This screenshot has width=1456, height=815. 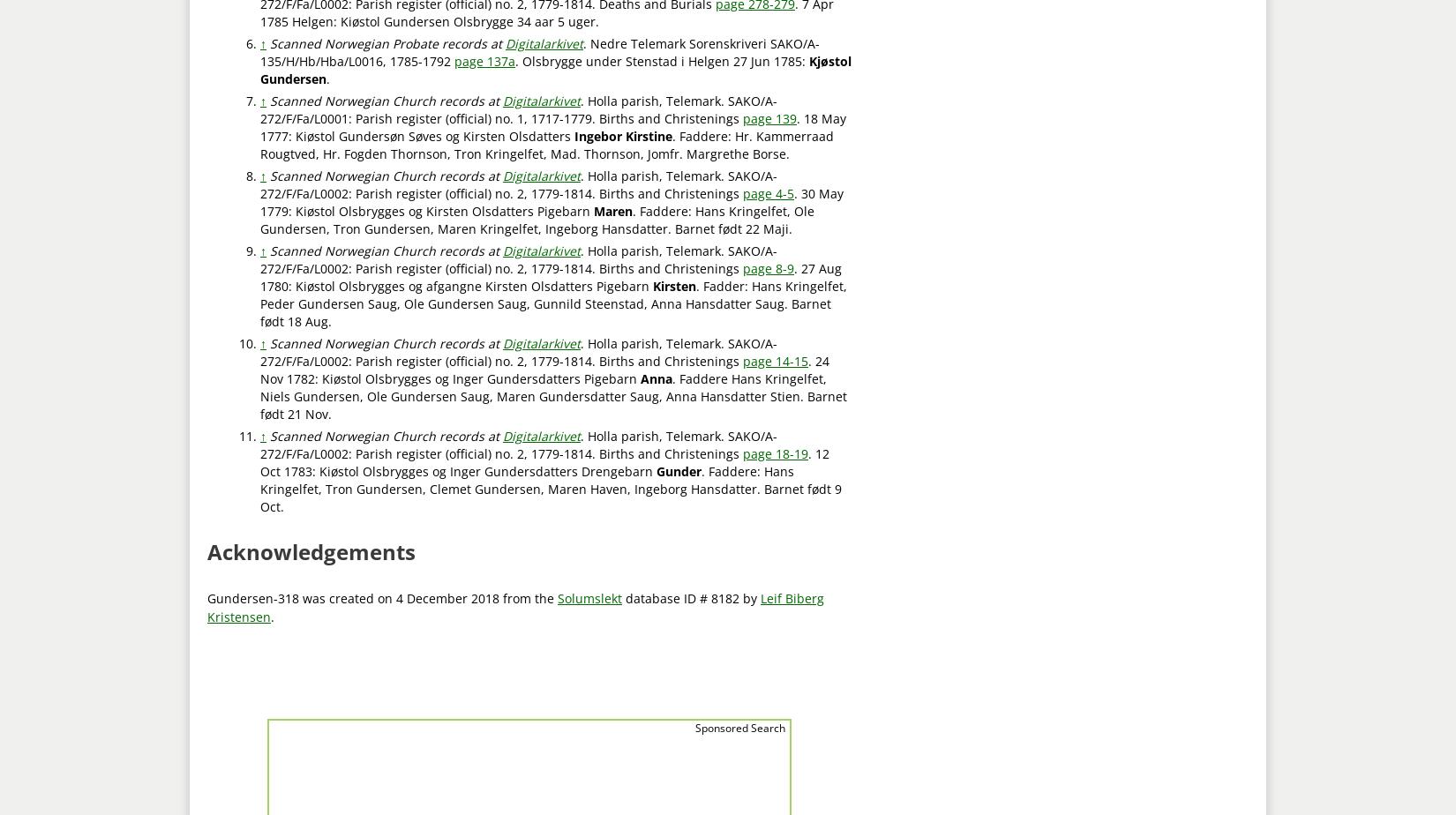 What do you see at coordinates (260, 276) in the screenshot?
I see `'. 27 Aug 1780: Kiøstol Olsbrygges og afgangne Kirsten Olsdatters Pigebarn'` at bounding box center [260, 276].